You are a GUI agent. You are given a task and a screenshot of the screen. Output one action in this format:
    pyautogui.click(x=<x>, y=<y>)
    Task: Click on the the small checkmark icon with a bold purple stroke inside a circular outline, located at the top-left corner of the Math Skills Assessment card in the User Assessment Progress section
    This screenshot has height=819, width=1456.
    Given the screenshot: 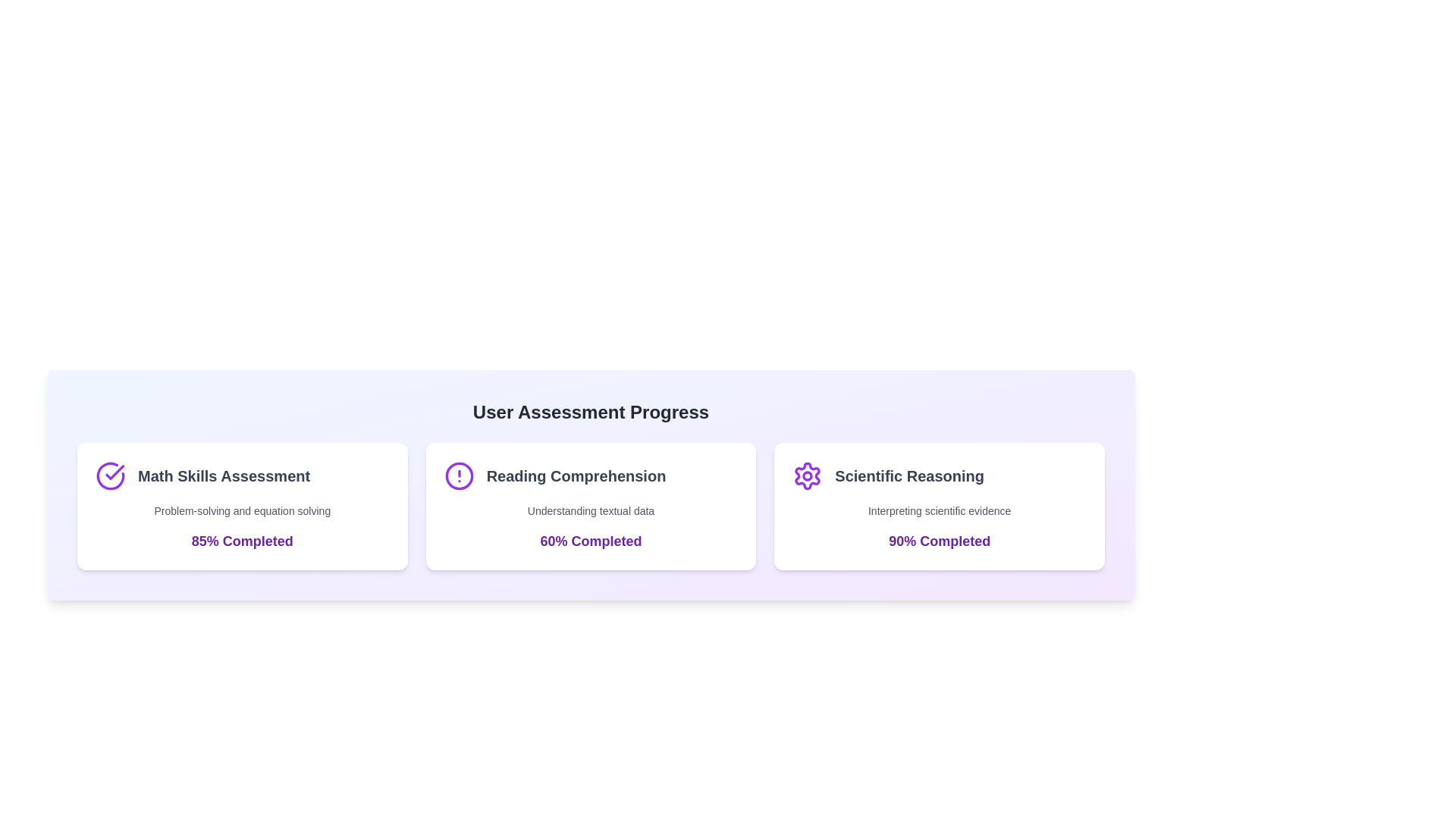 What is the action you would take?
    pyautogui.click(x=114, y=472)
    